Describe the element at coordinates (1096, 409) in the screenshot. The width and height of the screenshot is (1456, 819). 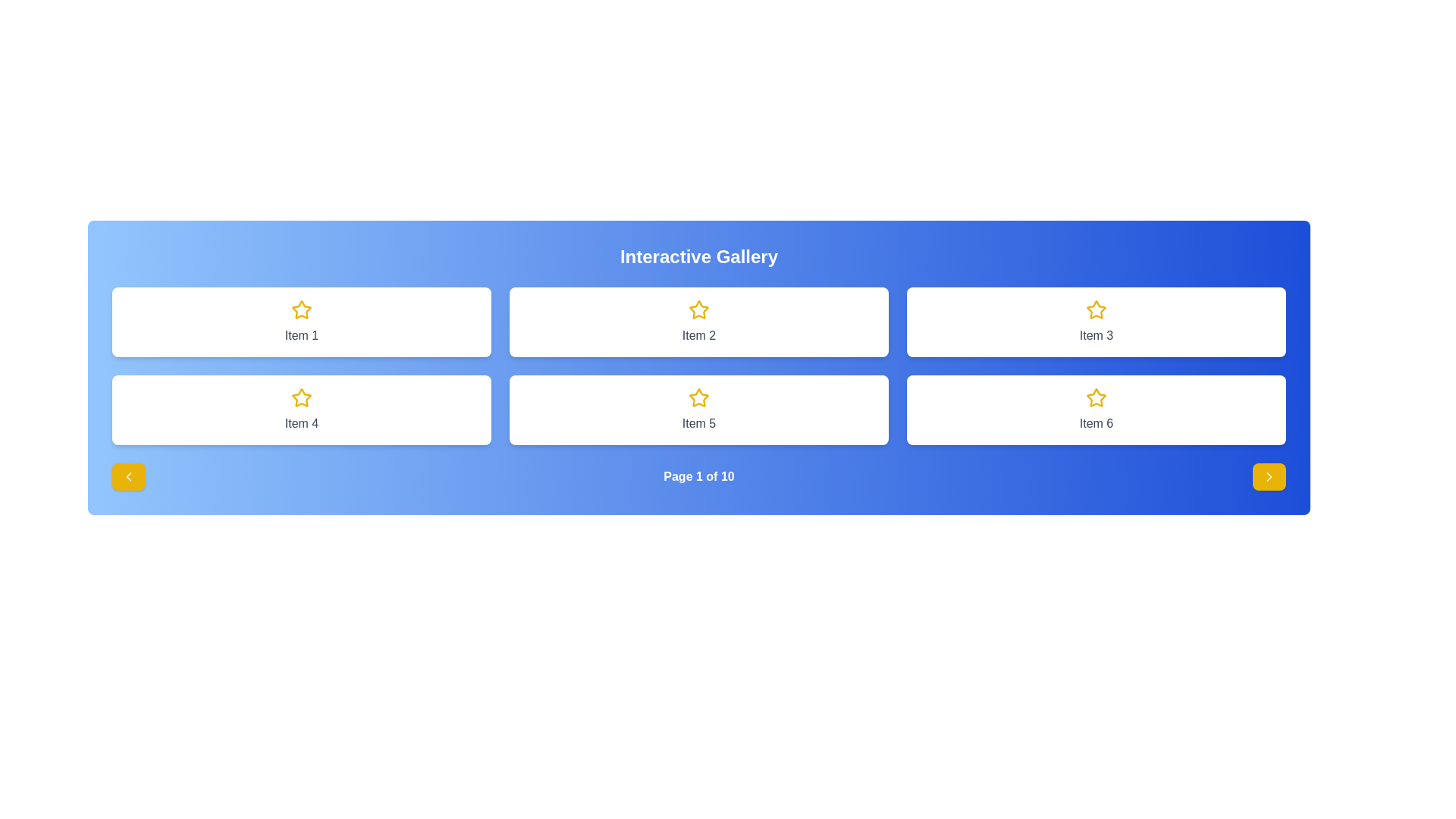
I see `the rightmost card in the bottom row of a 3x2 grid layout, which features a white background, rounded corners, a drop shadow, a yellow outlined star icon, and the text 'Item 6'` at that location.